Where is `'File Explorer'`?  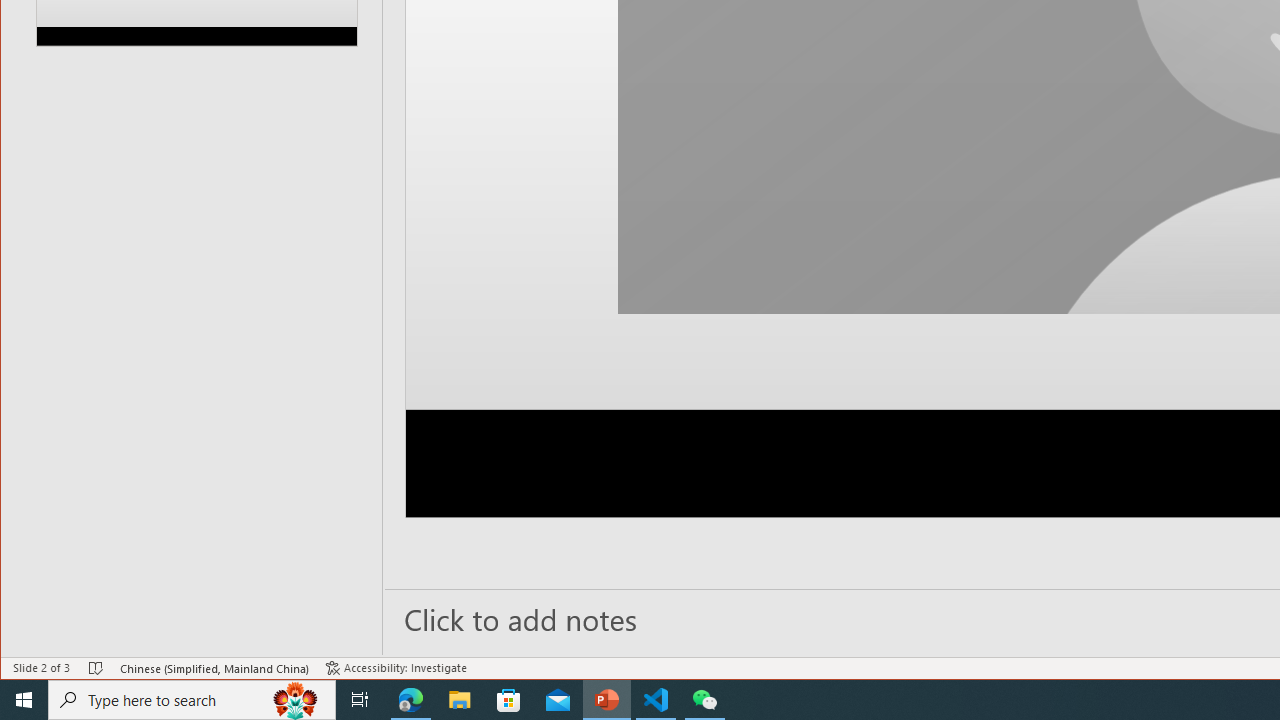
'File Explorer' is located at coordinates (459, 698).